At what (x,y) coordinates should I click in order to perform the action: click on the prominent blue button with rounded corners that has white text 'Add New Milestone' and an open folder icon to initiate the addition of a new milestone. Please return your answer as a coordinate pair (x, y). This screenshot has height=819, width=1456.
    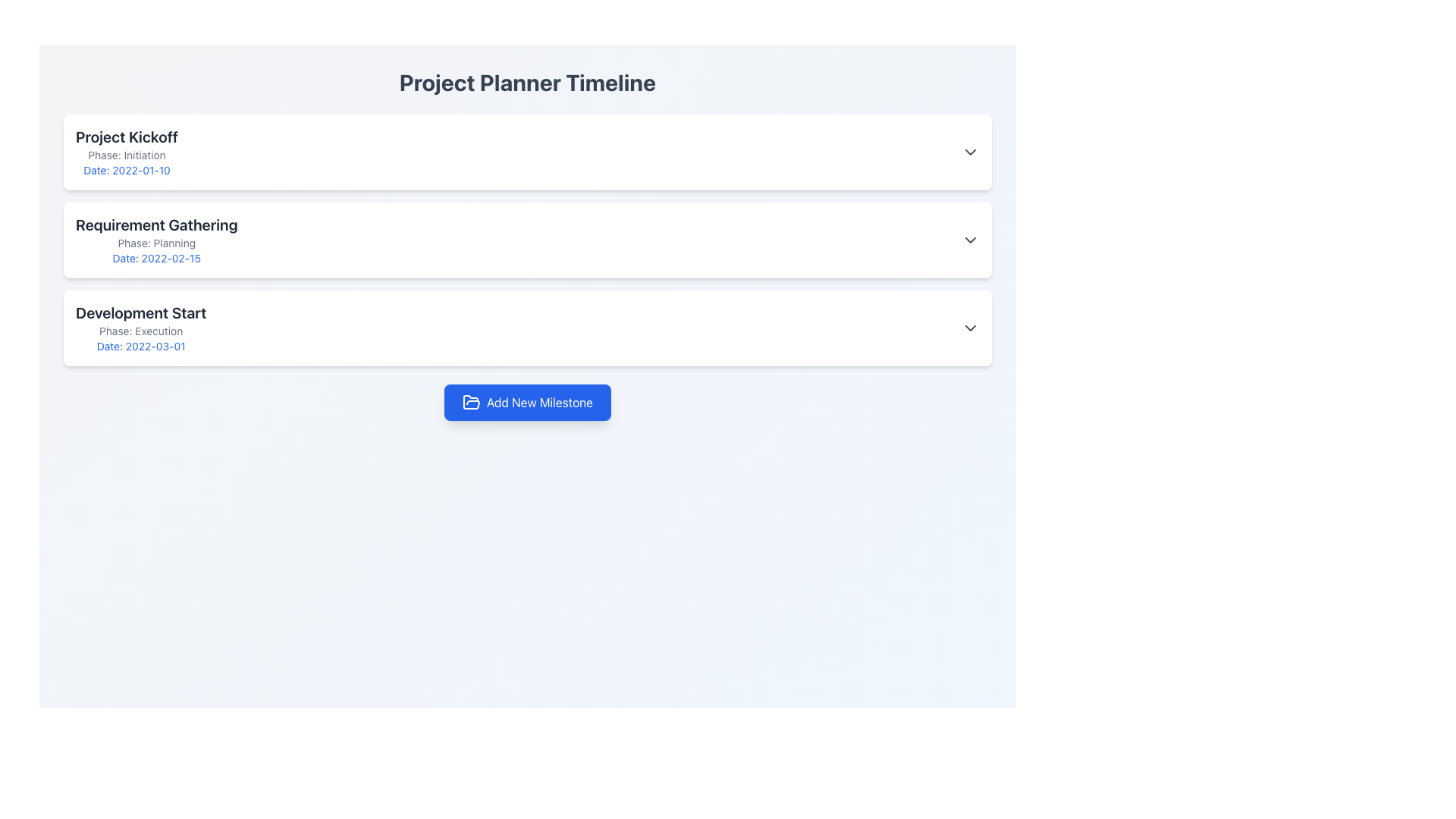
    Looking at the image, I should click on (528, 402).